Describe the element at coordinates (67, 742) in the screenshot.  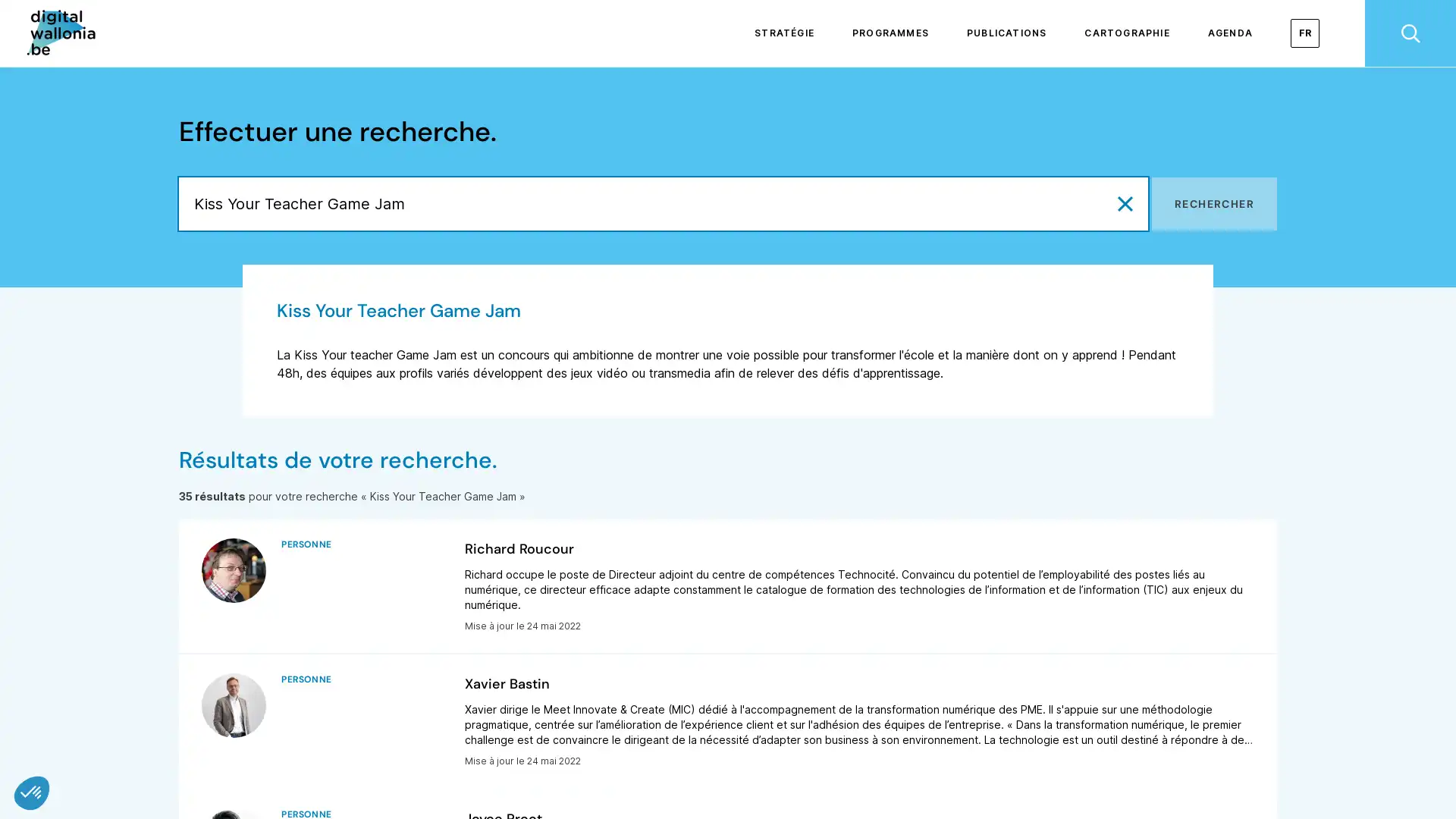
I see `Non merci` at that location.